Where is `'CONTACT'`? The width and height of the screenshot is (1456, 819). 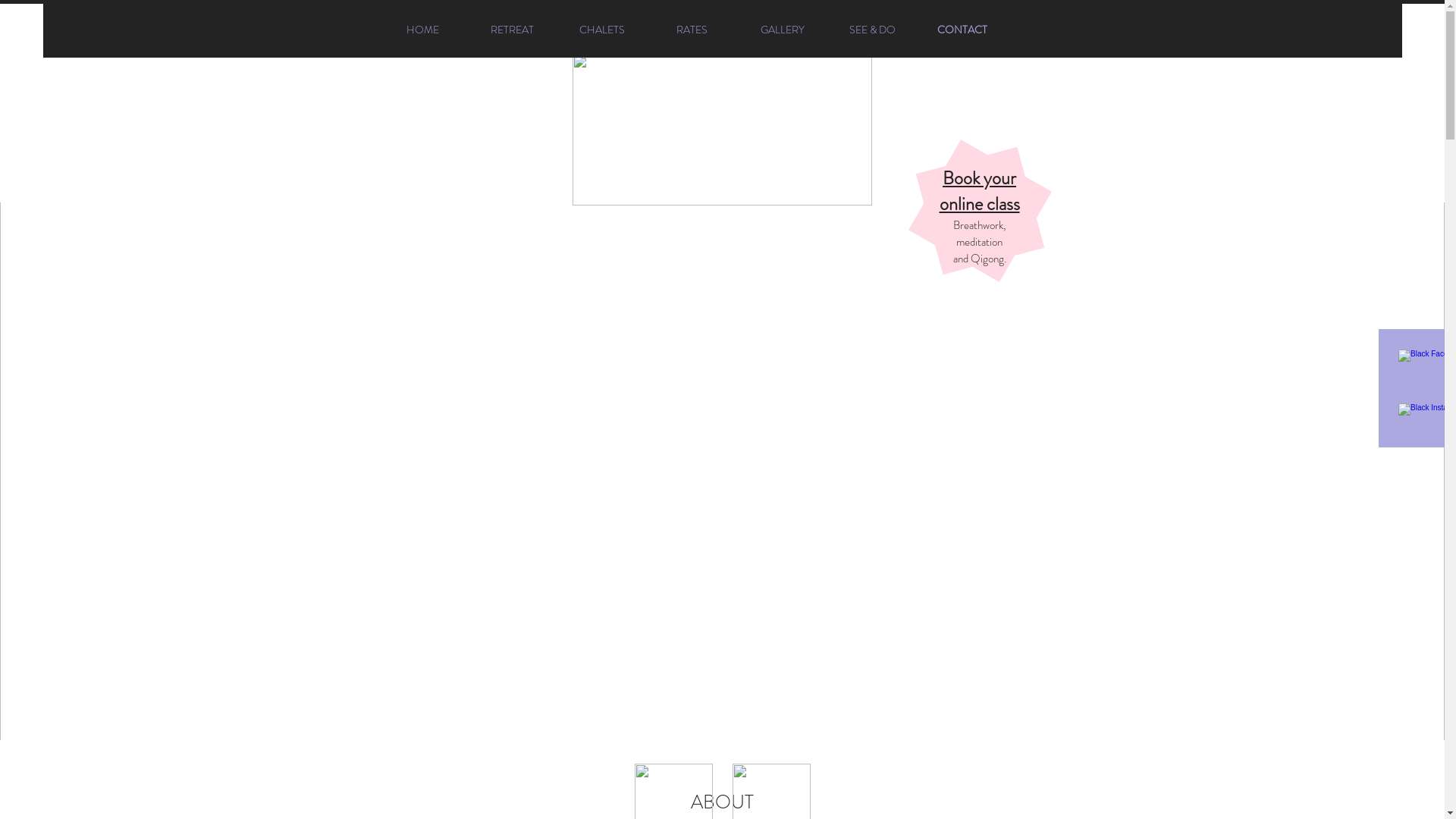 'CONTACT' is located at coordinates (908, 30).